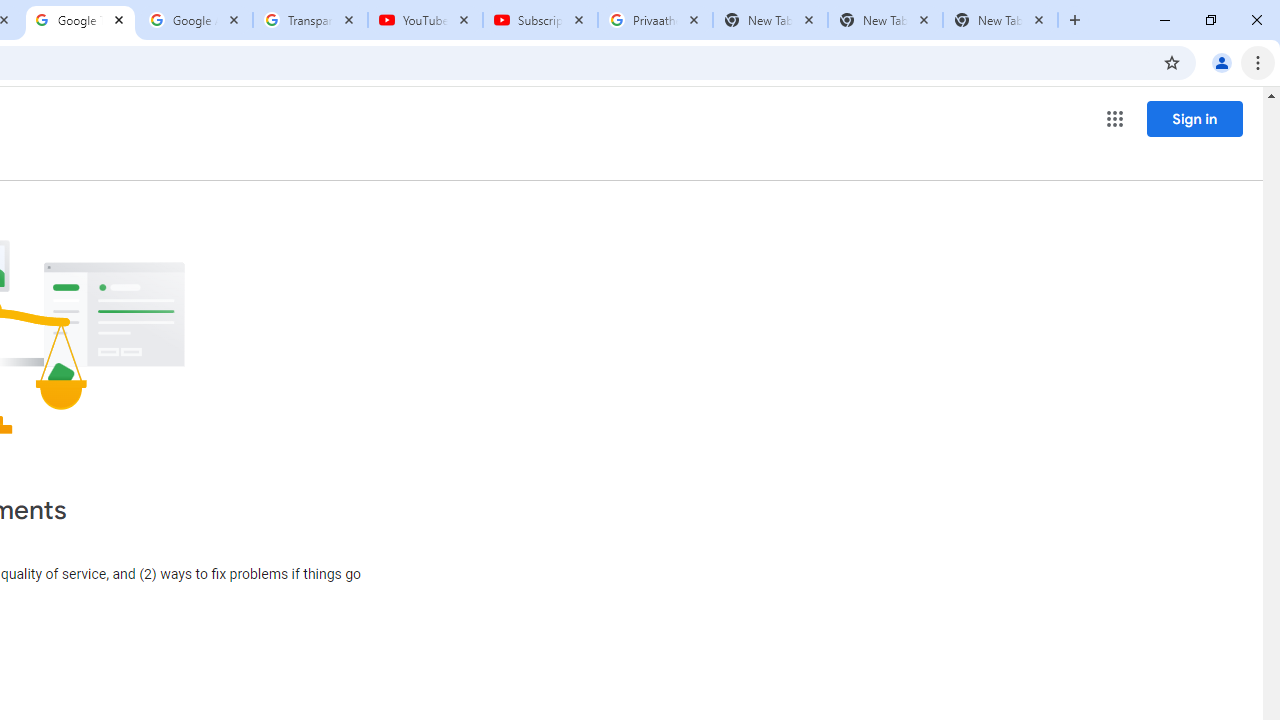 The image size is (1280, 720). Describe the element at coordinates (540, 20) in the screenshot. I see `'Subscriptions - YouTube'` at that location.